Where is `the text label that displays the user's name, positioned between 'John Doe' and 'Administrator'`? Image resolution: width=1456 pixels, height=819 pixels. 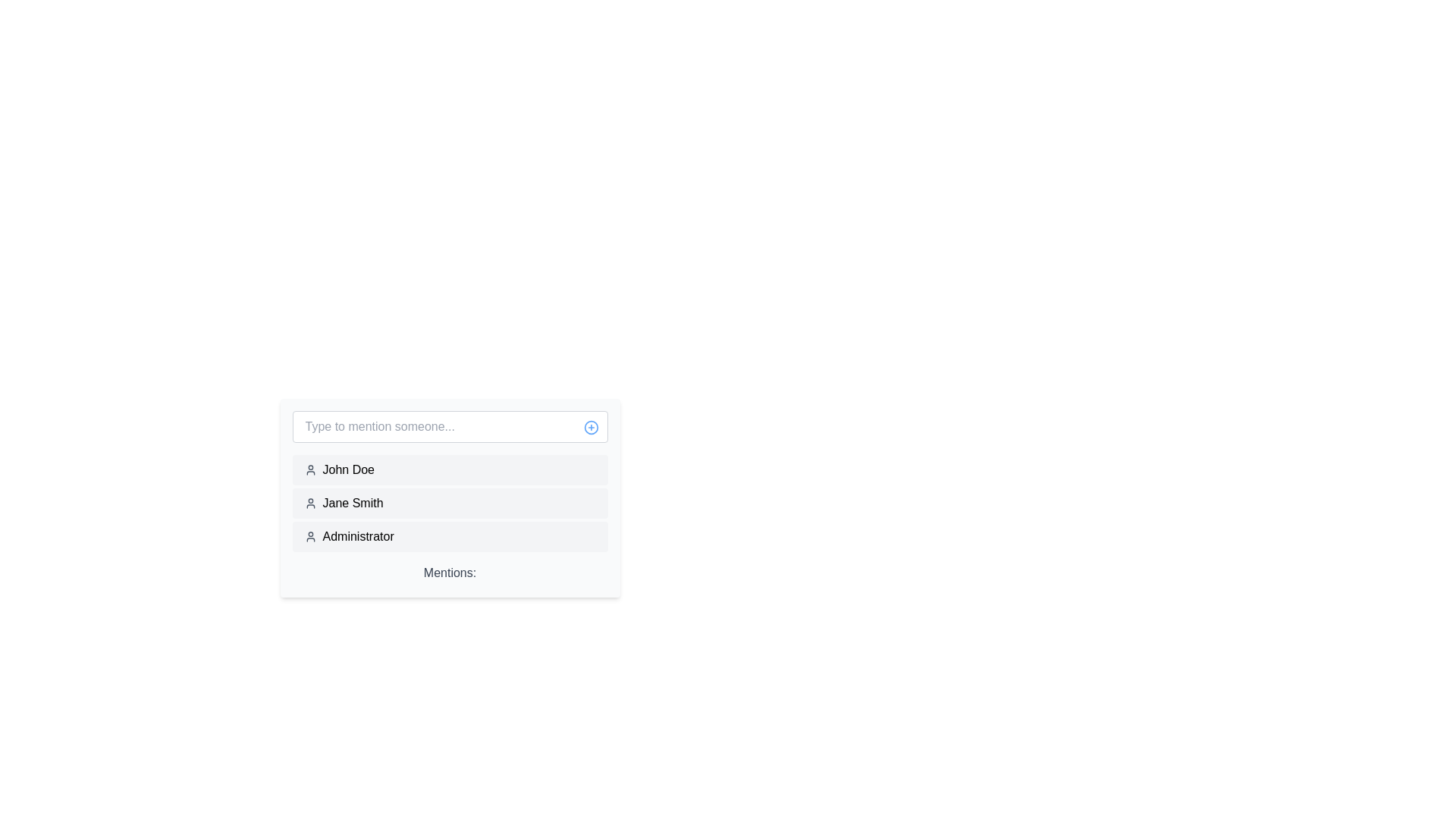
the text label that displays the user's name, positioned between 'John Doe' and 'Administrator' is located at coordinates (352, 503).